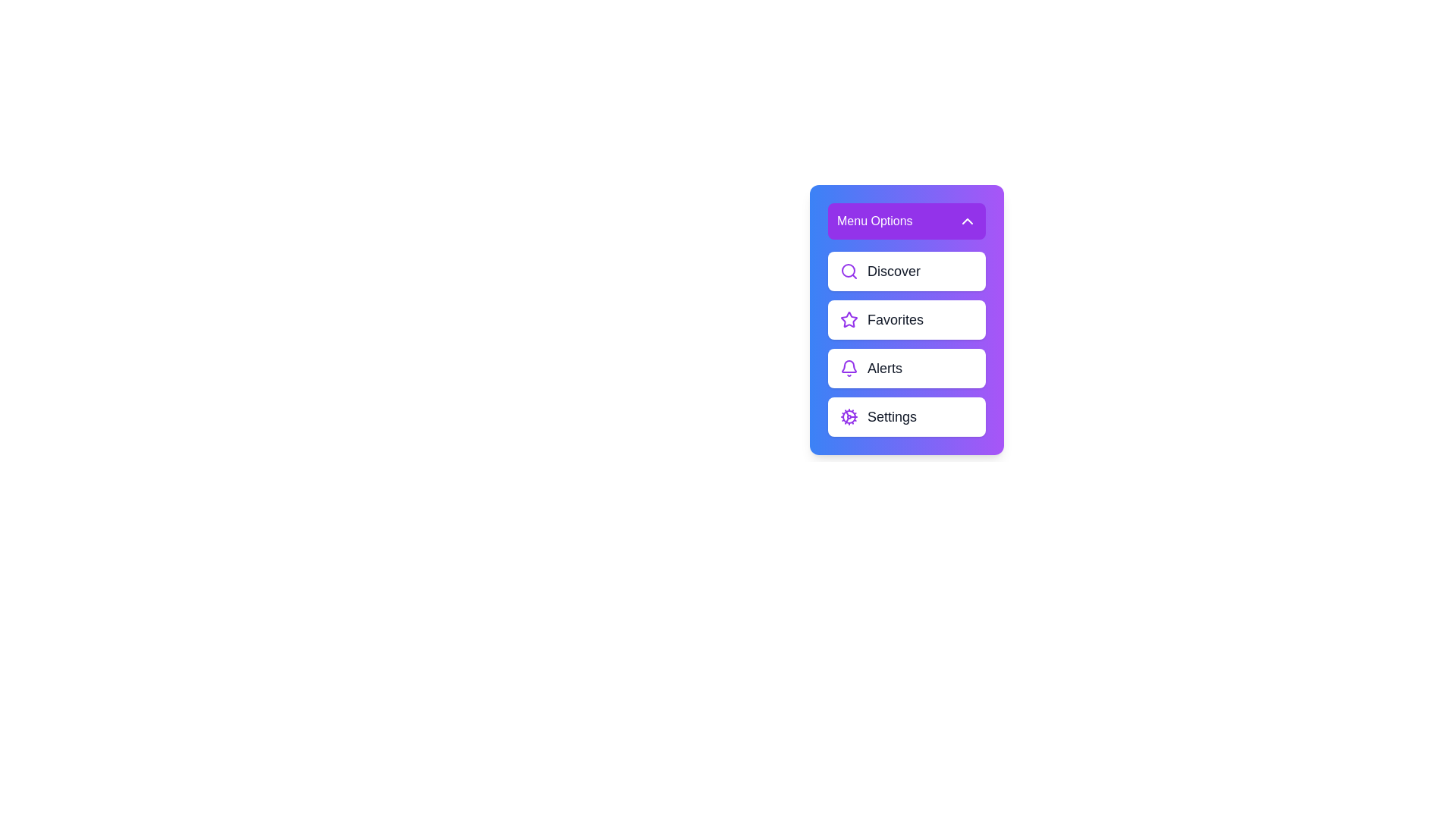  What do you see at coordinates (895, 318) in the screenshot?
I see `the 'Favorites' text label in the right-middle menu of the user interface, which is the second entry between 'Discover' and 'Alerts'` at bounding box center [895, 318].